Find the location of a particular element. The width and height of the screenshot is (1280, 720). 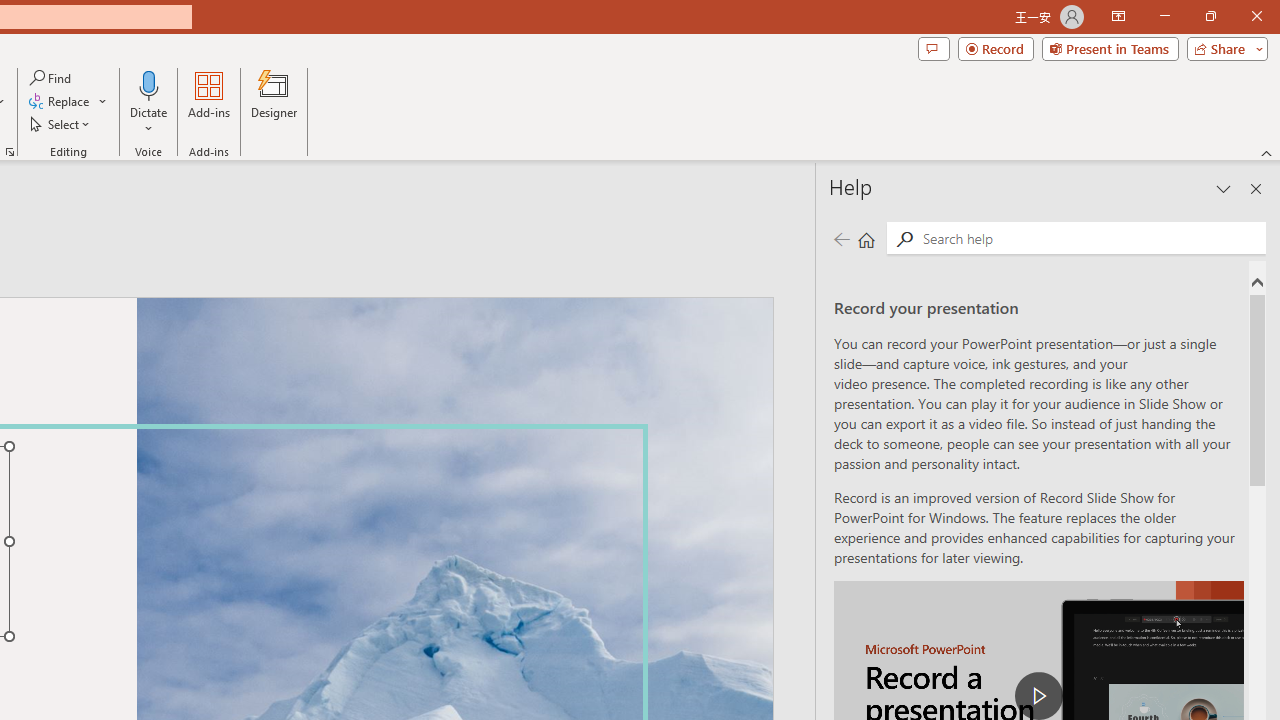

'More Options' is located at coordinates (148, 121).